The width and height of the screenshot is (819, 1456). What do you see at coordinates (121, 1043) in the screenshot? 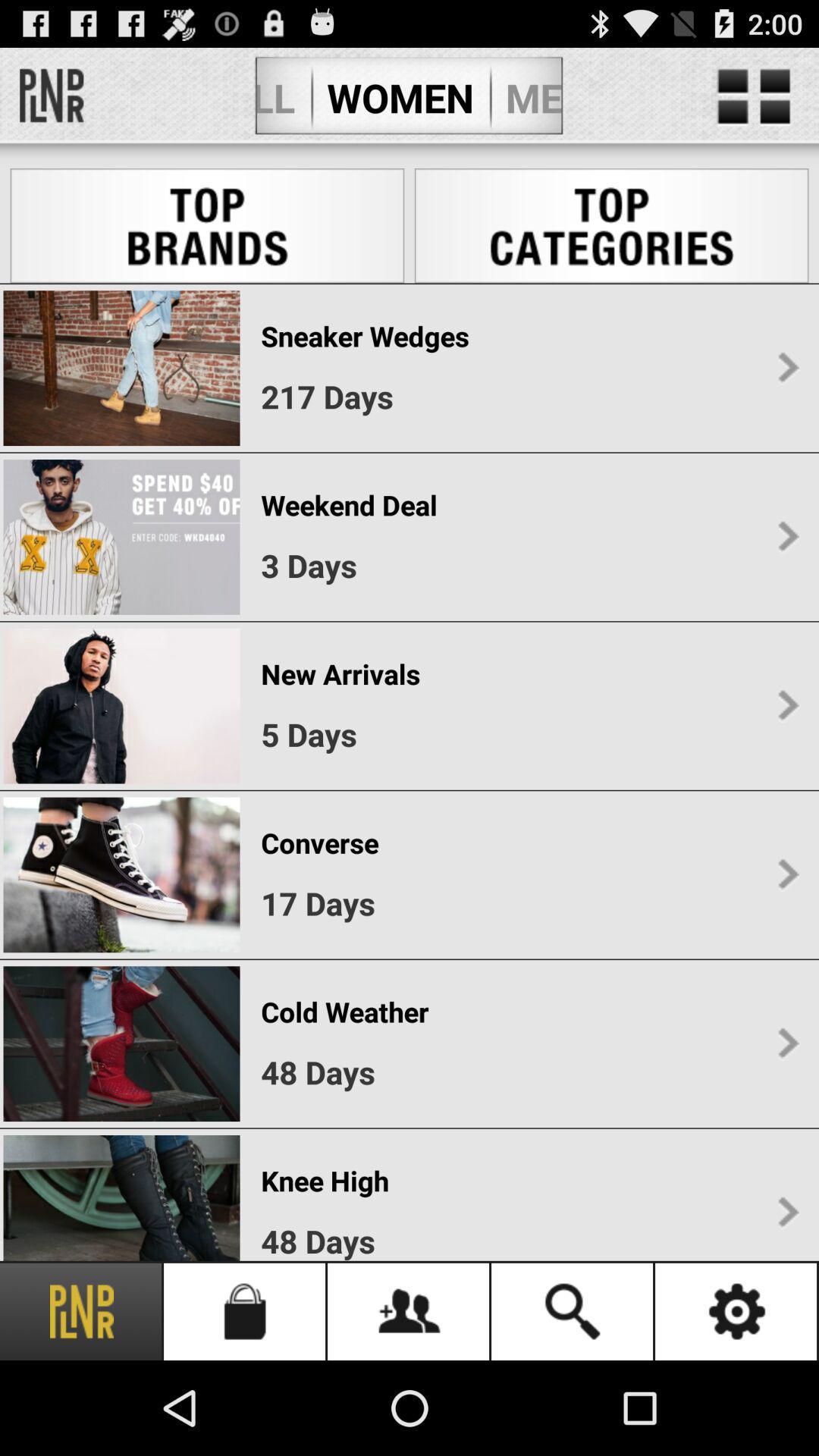
I see `the fifth image` at bounding box center [121, 1043].